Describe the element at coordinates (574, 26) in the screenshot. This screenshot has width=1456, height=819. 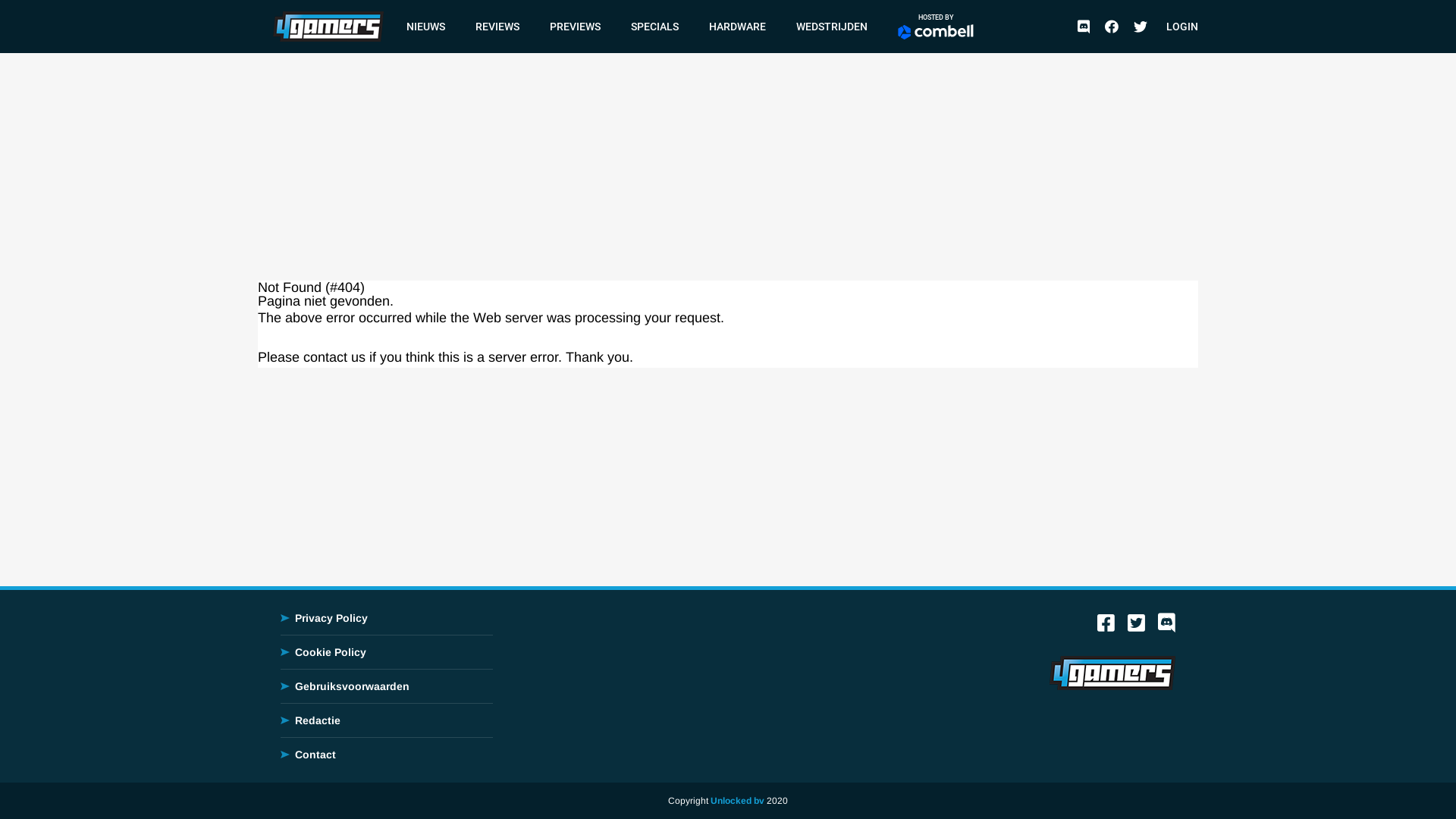
I see `'PREVIEWS'` at that location.